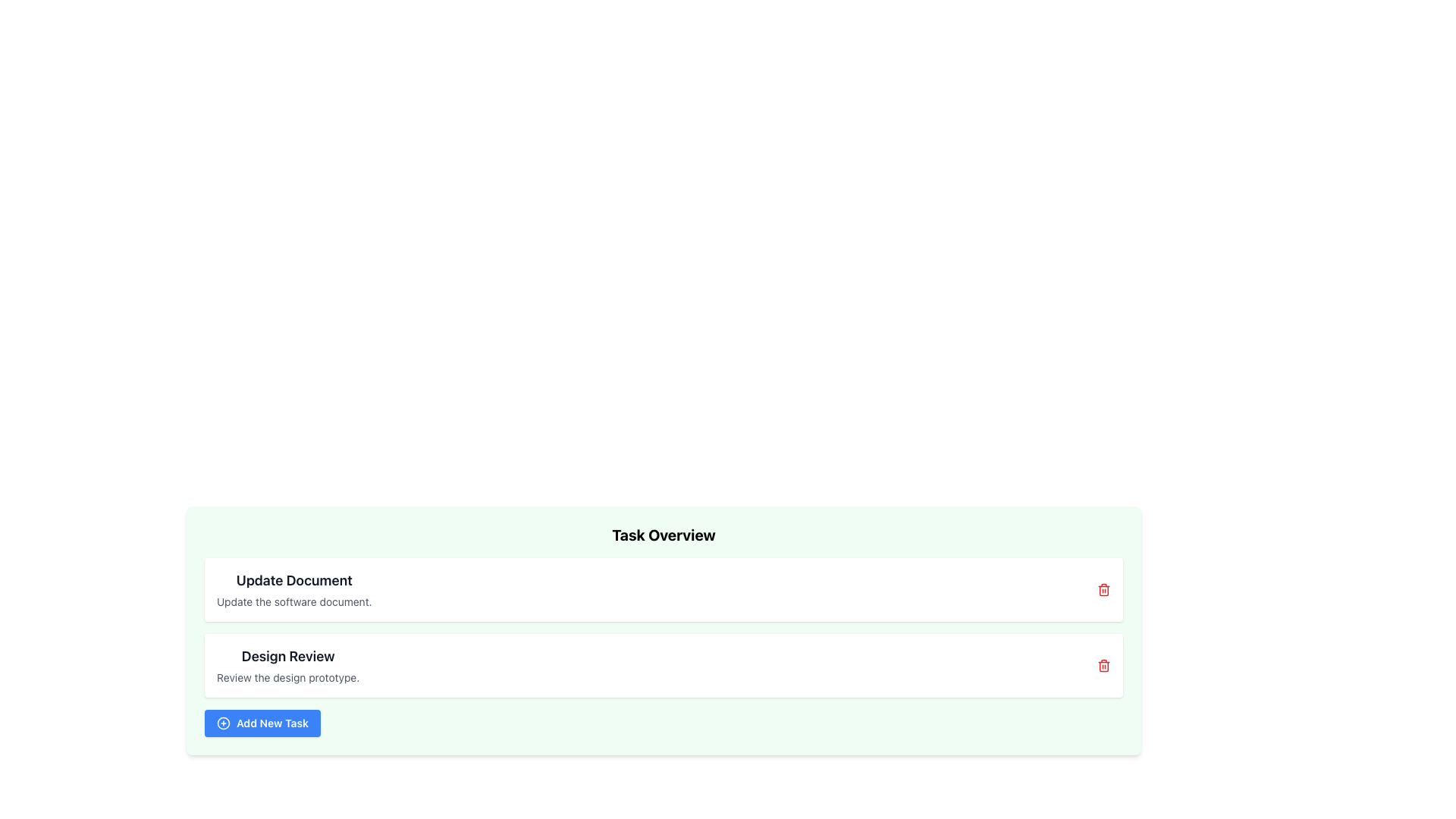 Image resolution: width=1456 pixels, height=819 pixels. I want to click on the text element displaying 'Review the design prototype.' which is styled with a small, subdued gray font and positioned below the title 'Design Review' within a task card, so click(288, 677).